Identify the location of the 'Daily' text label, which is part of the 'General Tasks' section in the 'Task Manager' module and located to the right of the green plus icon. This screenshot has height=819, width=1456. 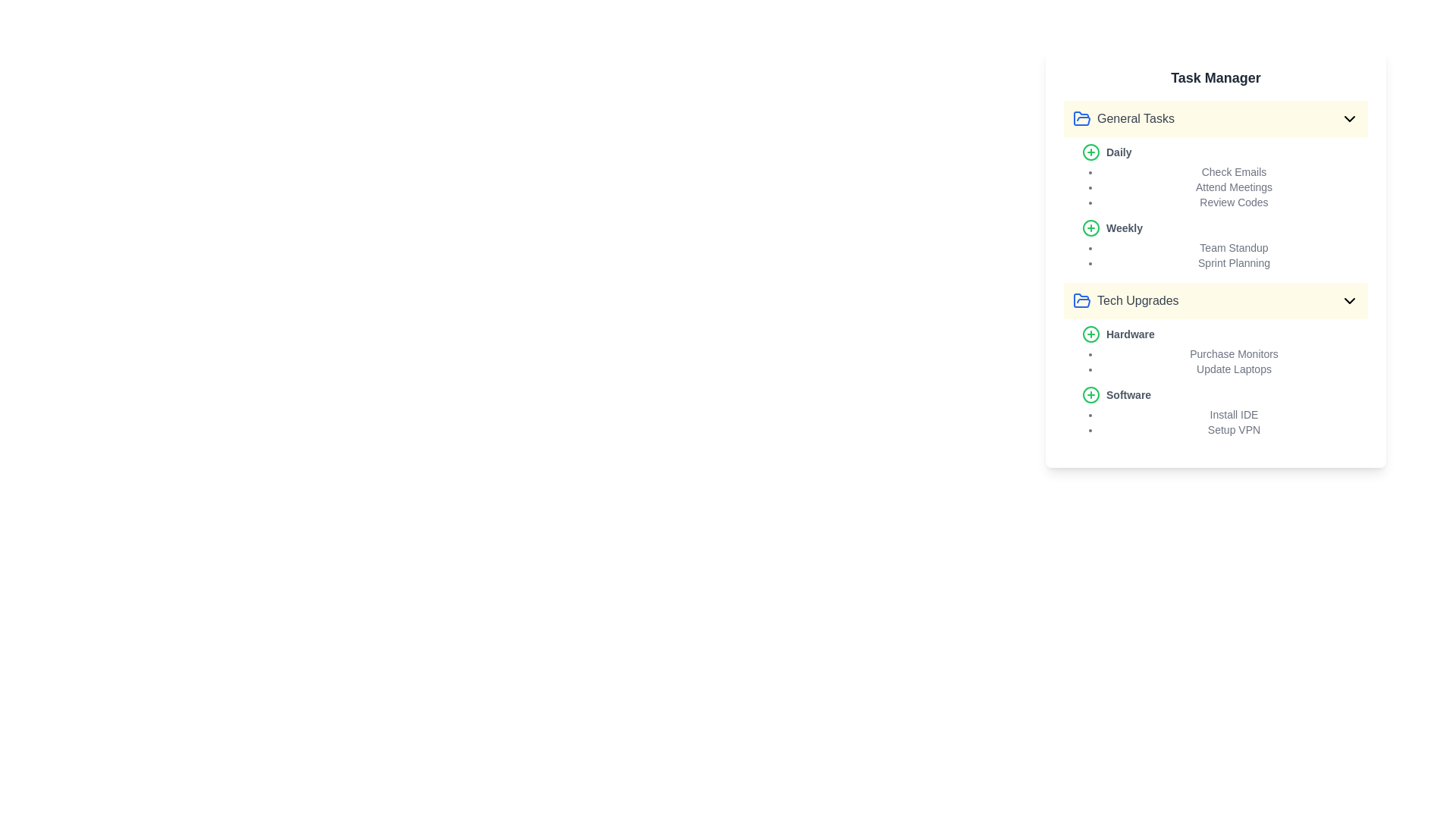
(1119, 152).